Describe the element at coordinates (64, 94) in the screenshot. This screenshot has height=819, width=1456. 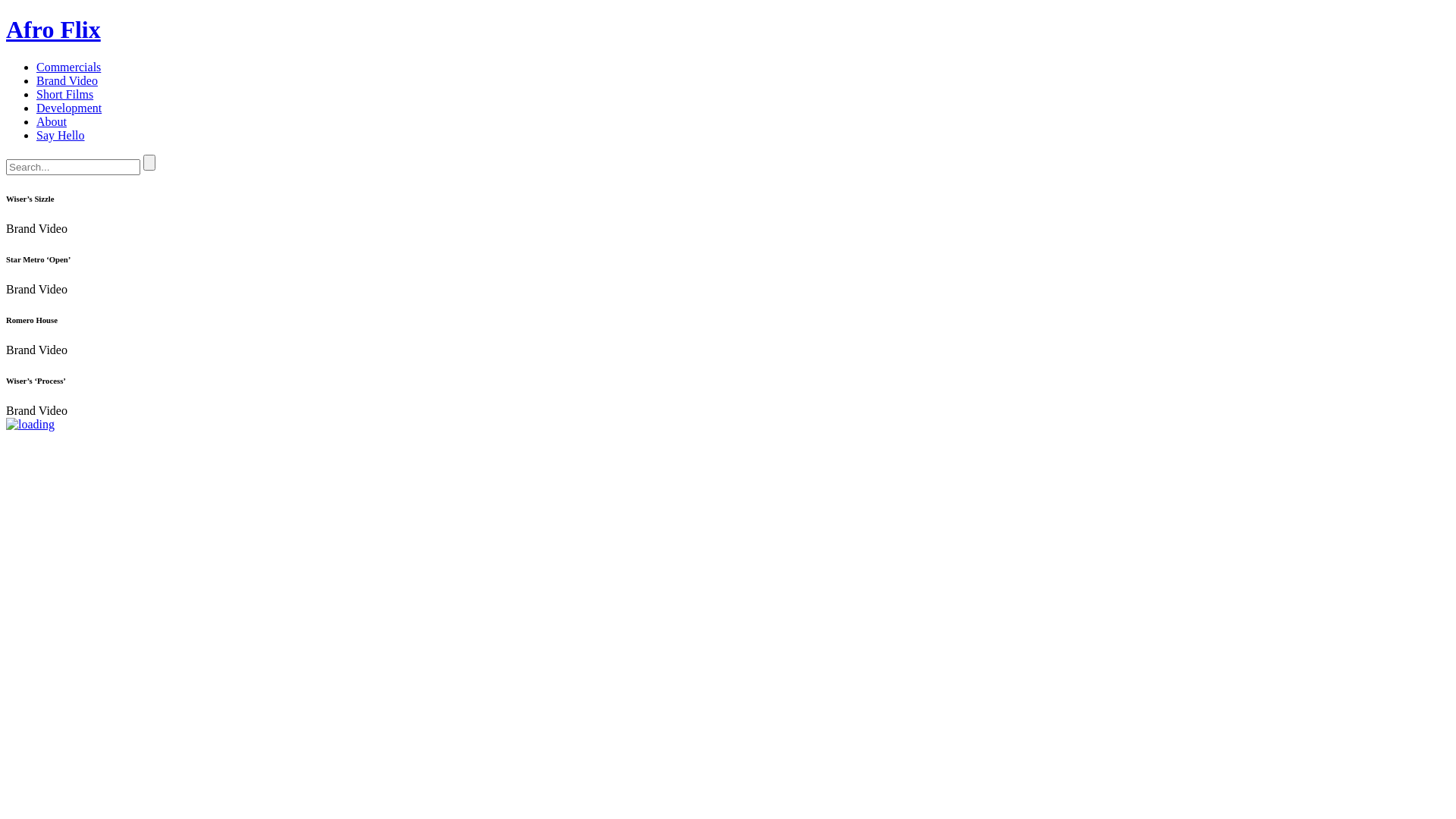
I see `'Short Films'` at that location.